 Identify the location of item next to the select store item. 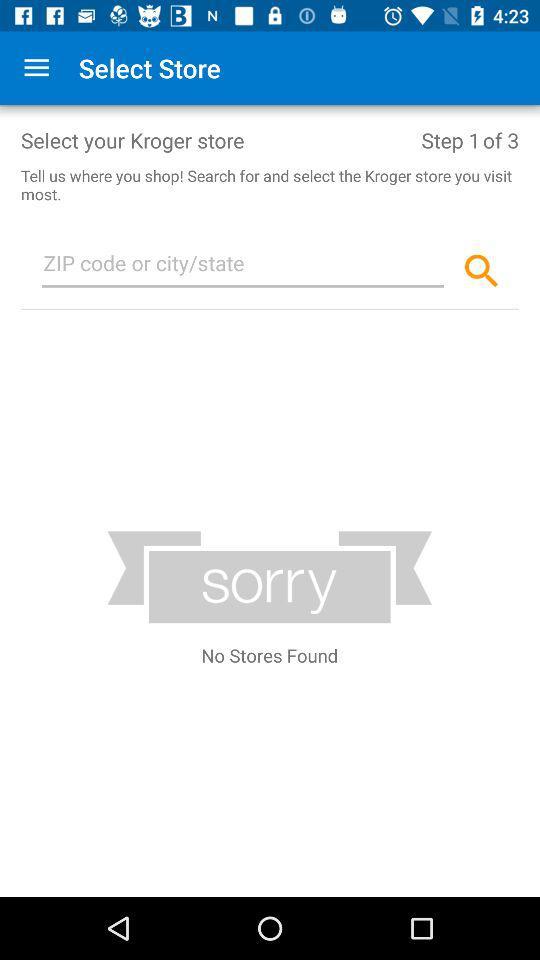
(36, 68).